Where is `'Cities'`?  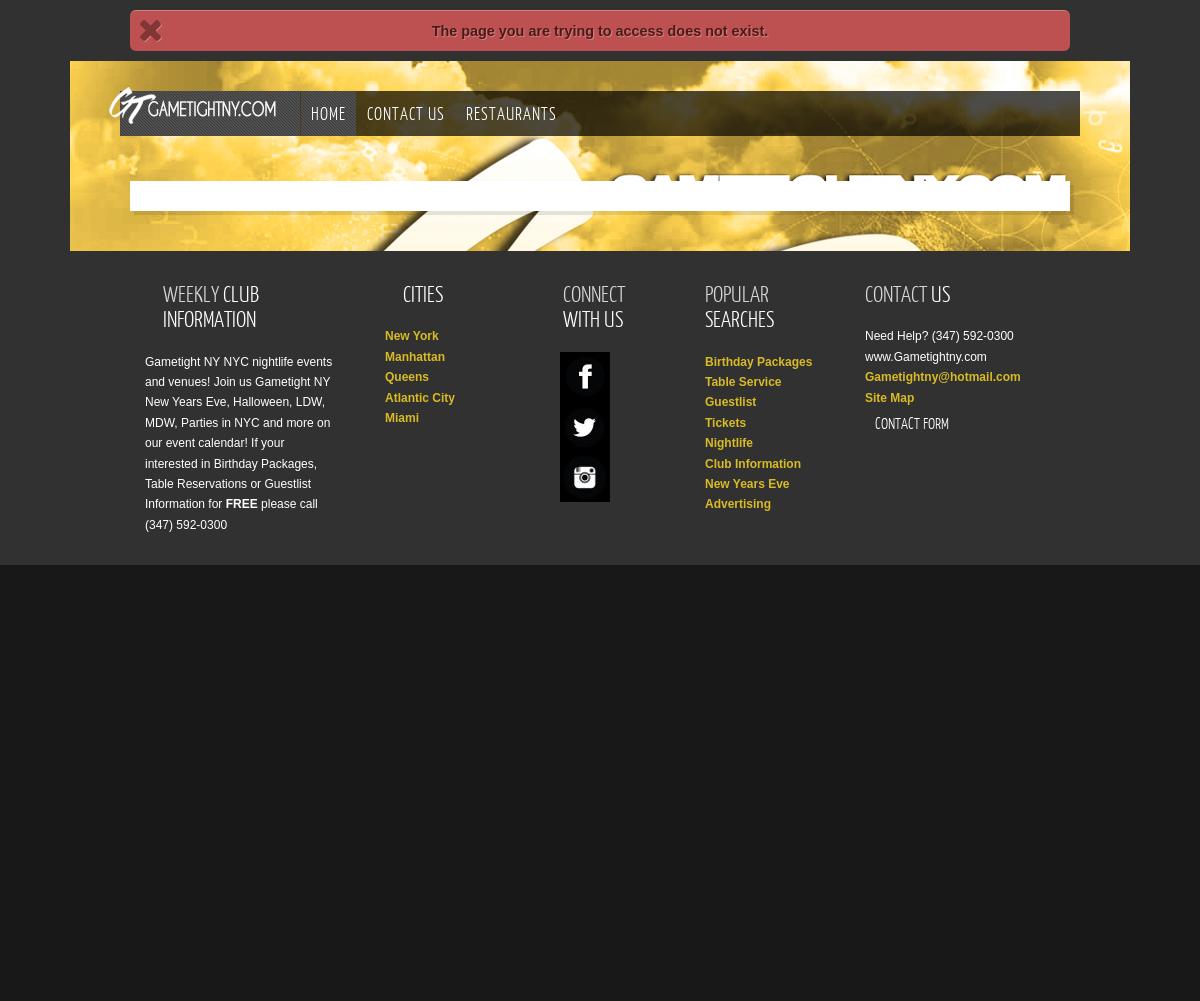
'Cities' is located at coordinates (402, 293).